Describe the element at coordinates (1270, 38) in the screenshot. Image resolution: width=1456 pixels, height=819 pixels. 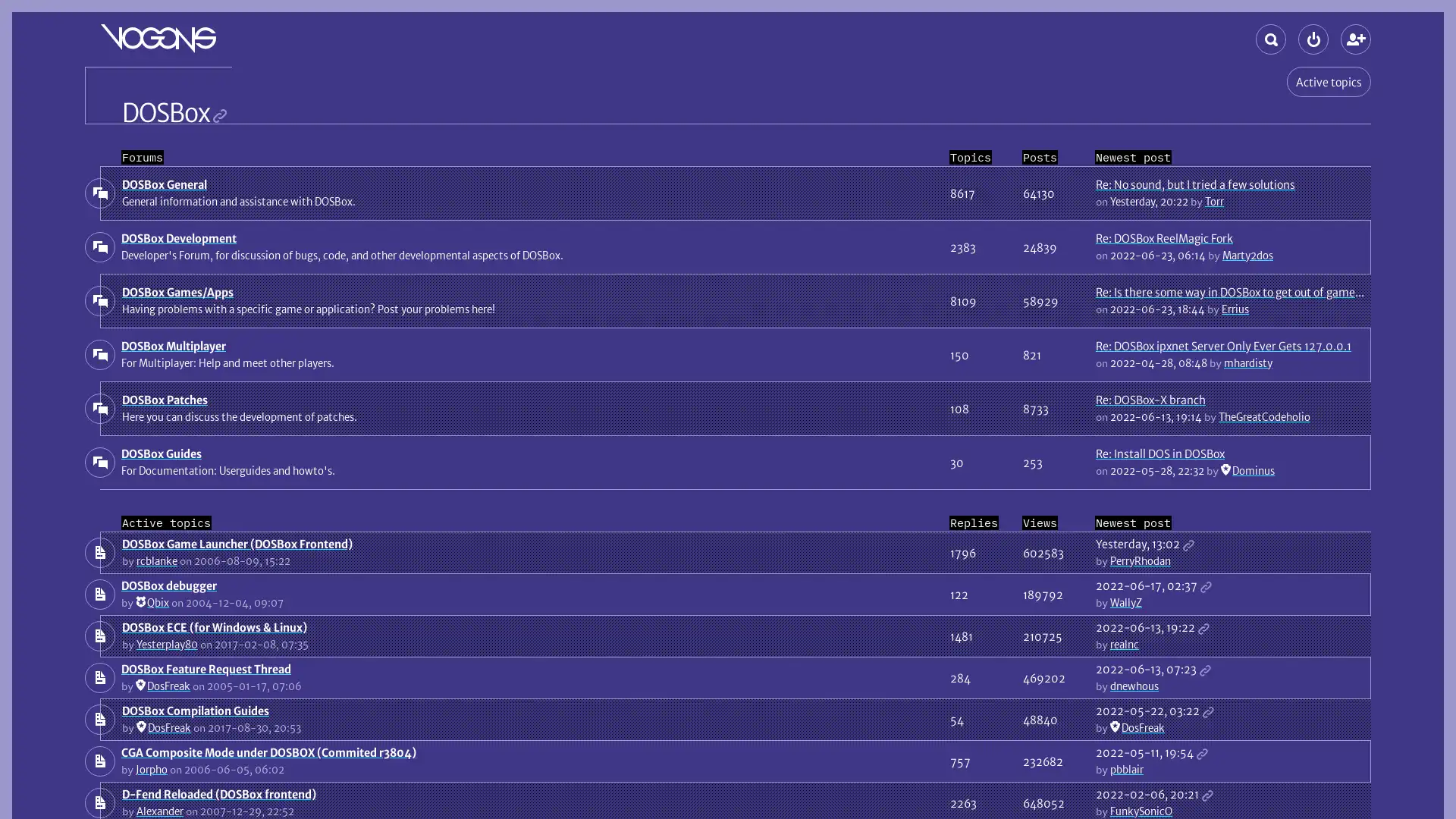
I see `Search` at that location.